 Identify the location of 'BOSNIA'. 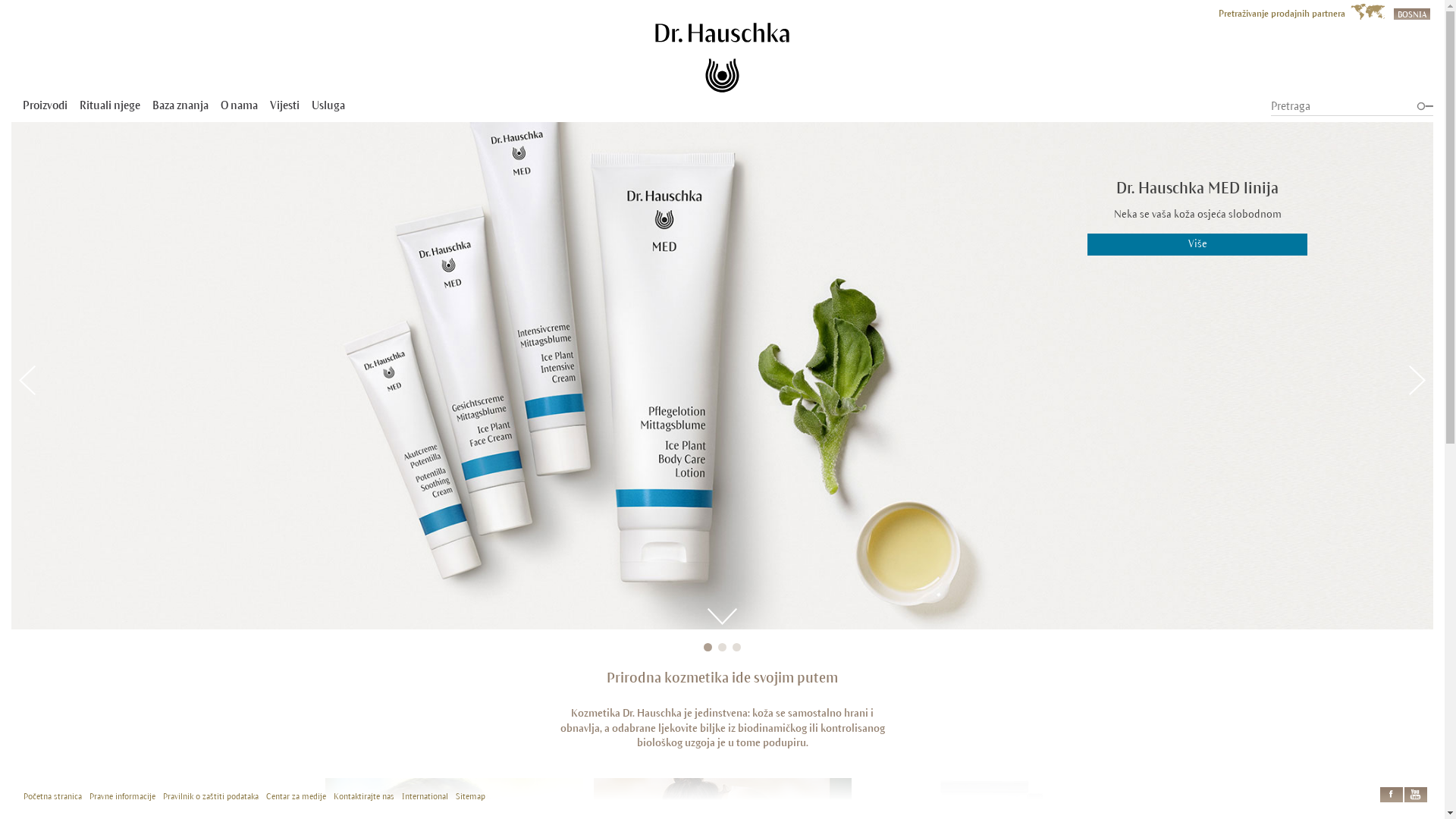
(1411, 12).